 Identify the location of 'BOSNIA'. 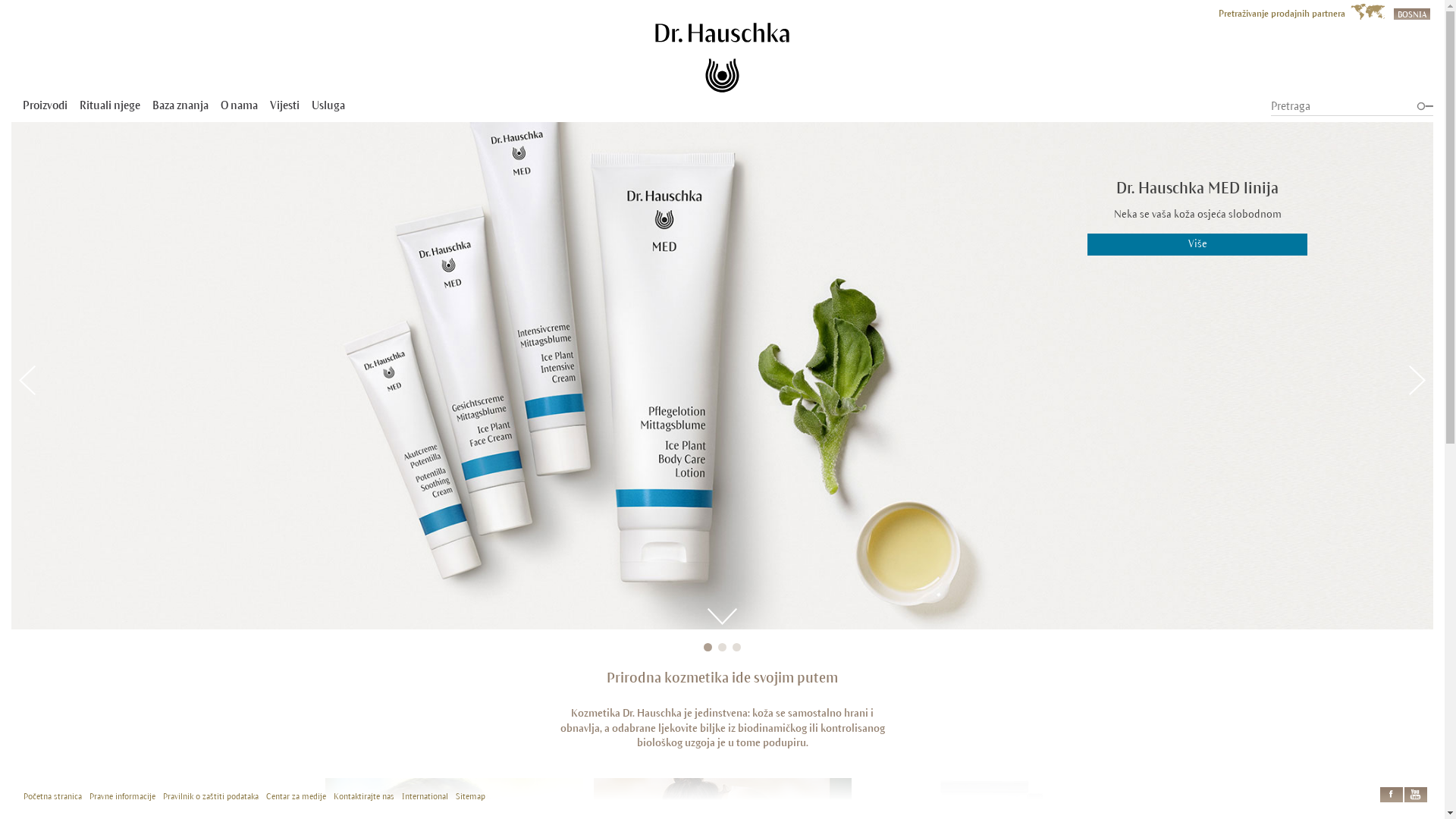
(1411, 12).